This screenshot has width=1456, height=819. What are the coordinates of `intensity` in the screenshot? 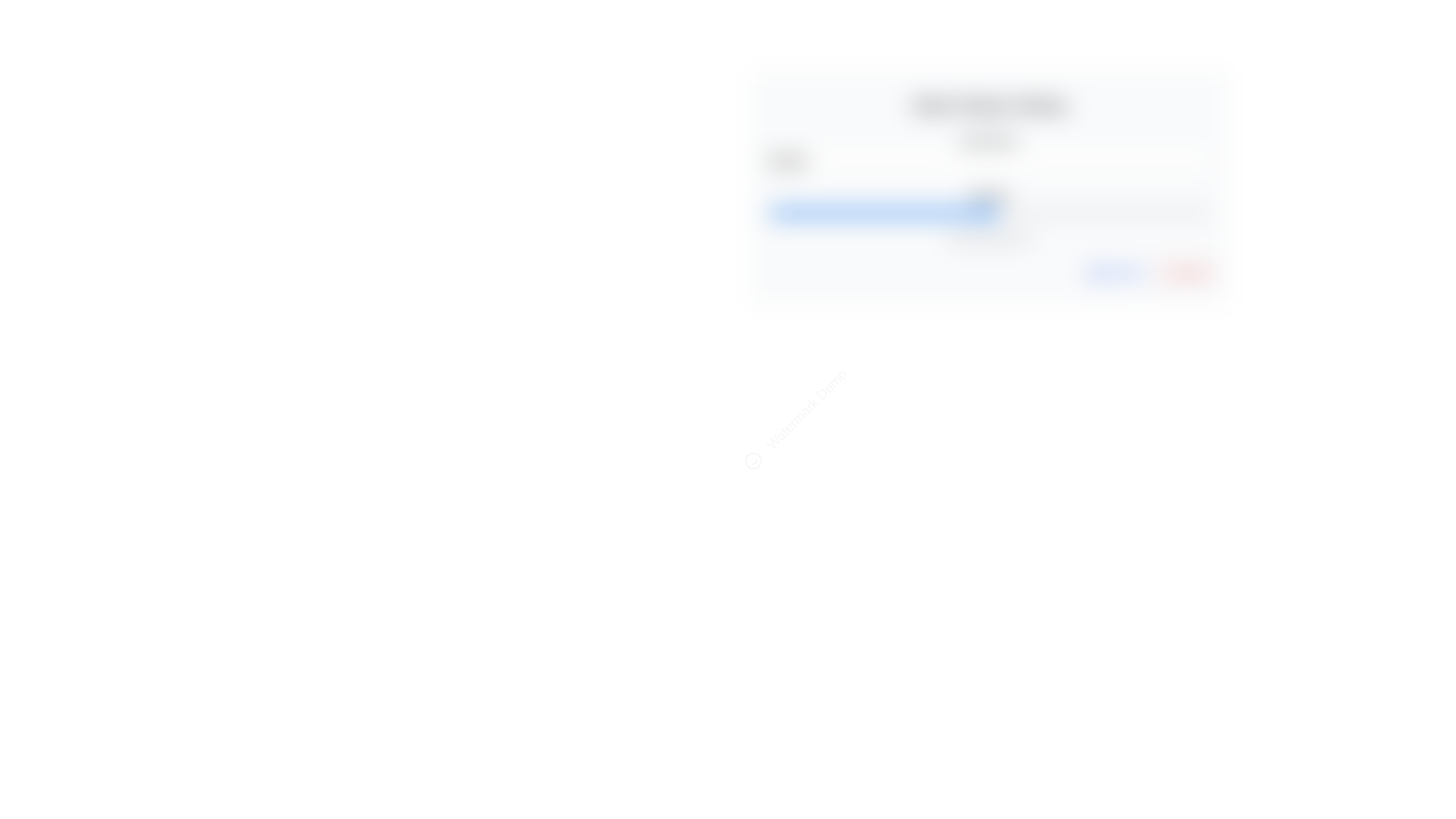 It's located at (901, 213).